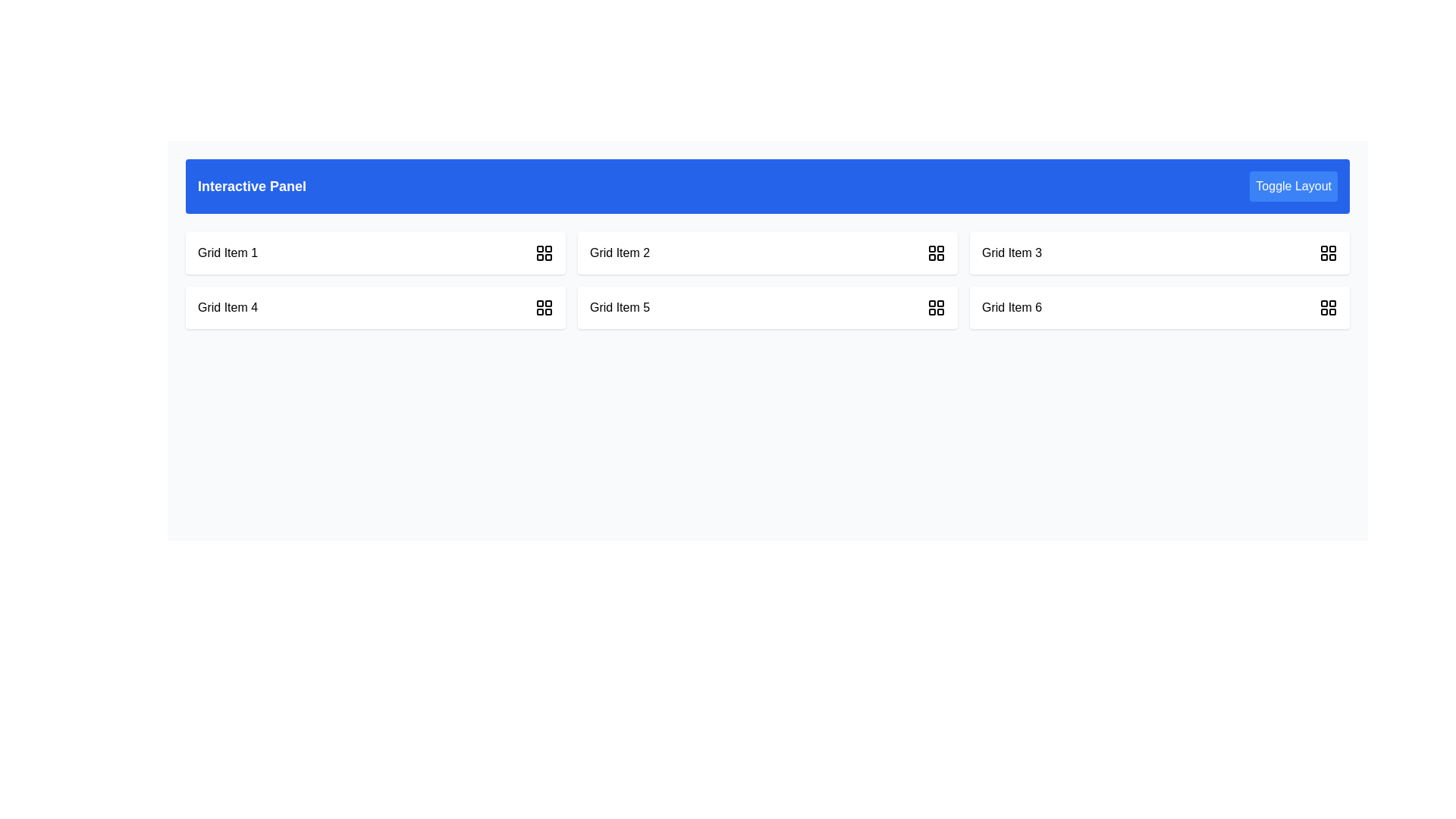 The height and width of the screenshot is (819, 1456). Describe the element at coordinates (227, 253) in the screenshot. I see `the text label displaying 'Grid Item 1', which is a black regular font label located at the leftmost position of the first row within a card-like structure` at that location.